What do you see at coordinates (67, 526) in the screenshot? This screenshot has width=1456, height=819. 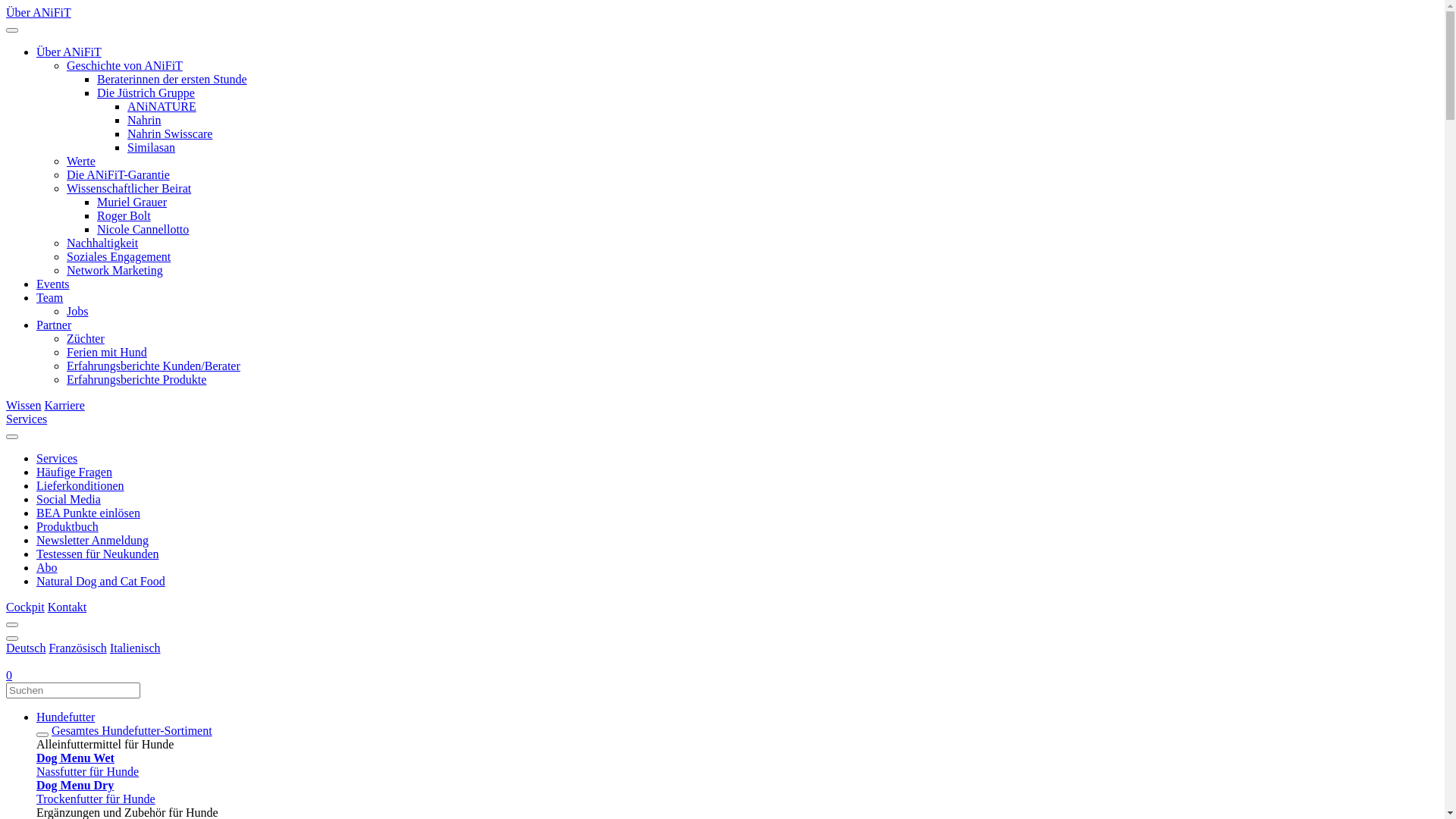 I see `'Produktbuch'` at bounding box center [67, 526].